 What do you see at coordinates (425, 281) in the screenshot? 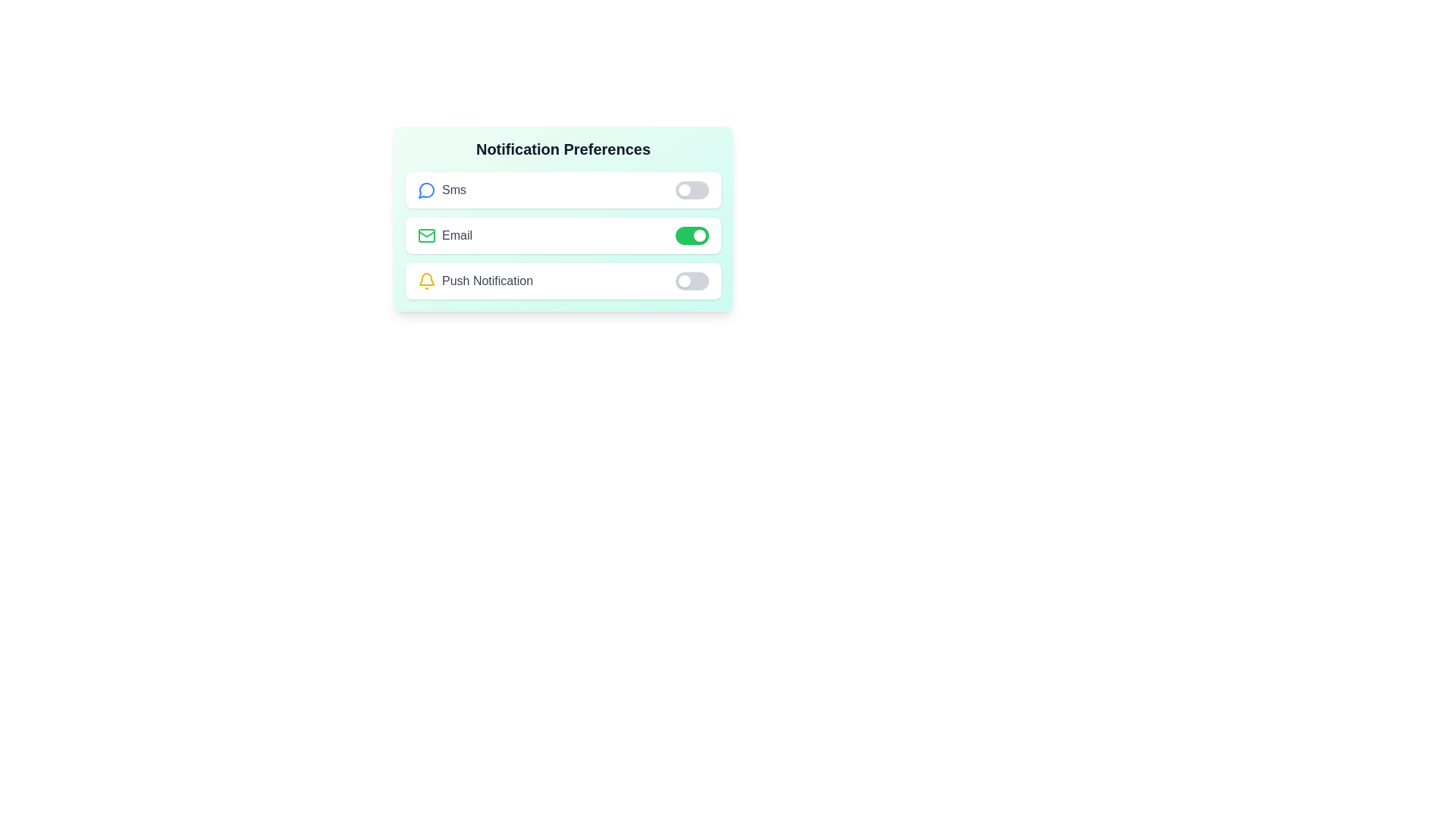
I see `the yellow bell icon representing notifications, which is located to the left of the 'Push Notification' text in the last row of options` at bounding box center [425, 281].